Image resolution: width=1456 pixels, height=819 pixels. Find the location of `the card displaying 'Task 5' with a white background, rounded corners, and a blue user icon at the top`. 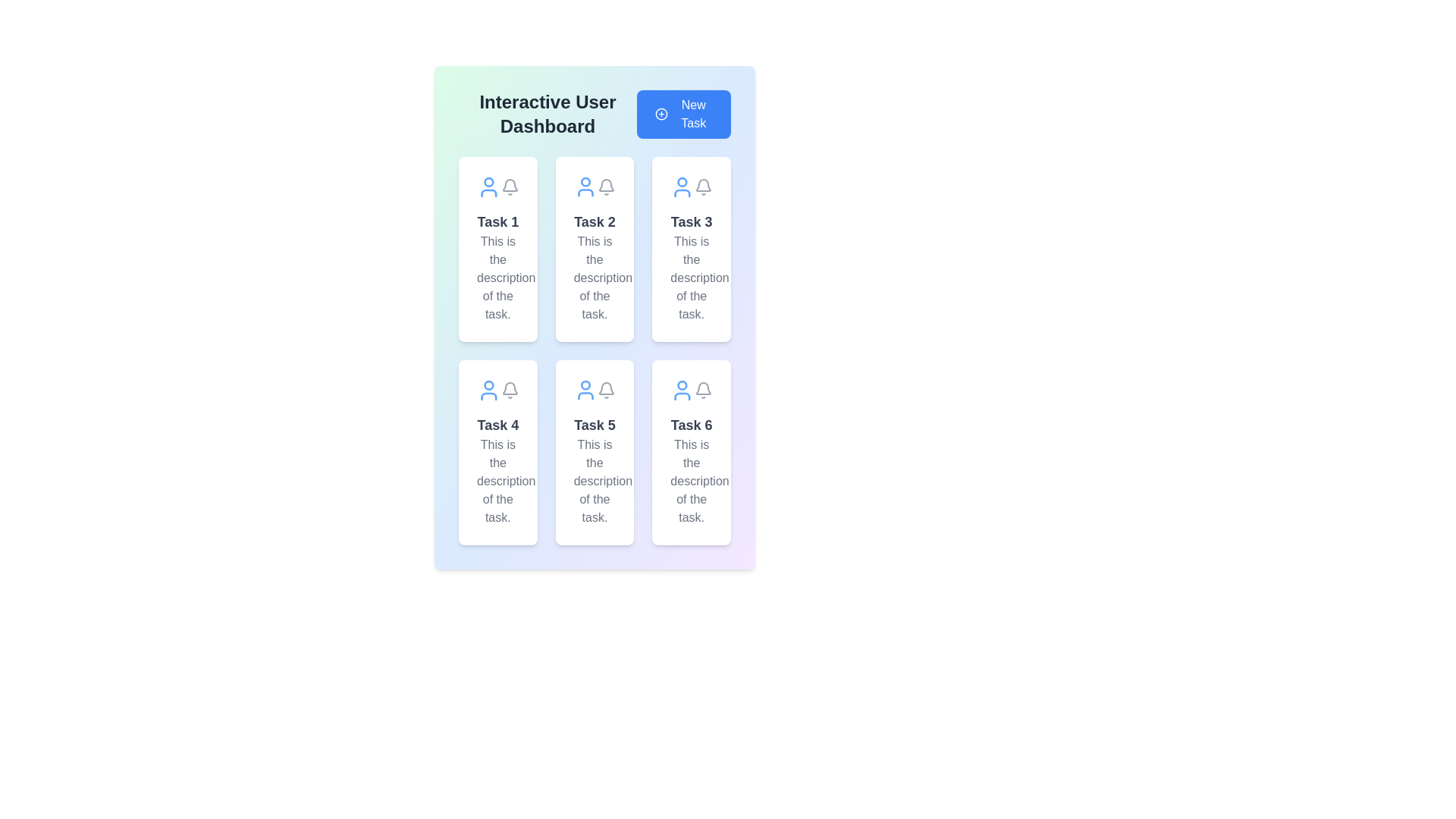

the card displaying 'Task 5' with a white background, rounded corners, and a blue user icon at the top is located at coordinates (594, 452).